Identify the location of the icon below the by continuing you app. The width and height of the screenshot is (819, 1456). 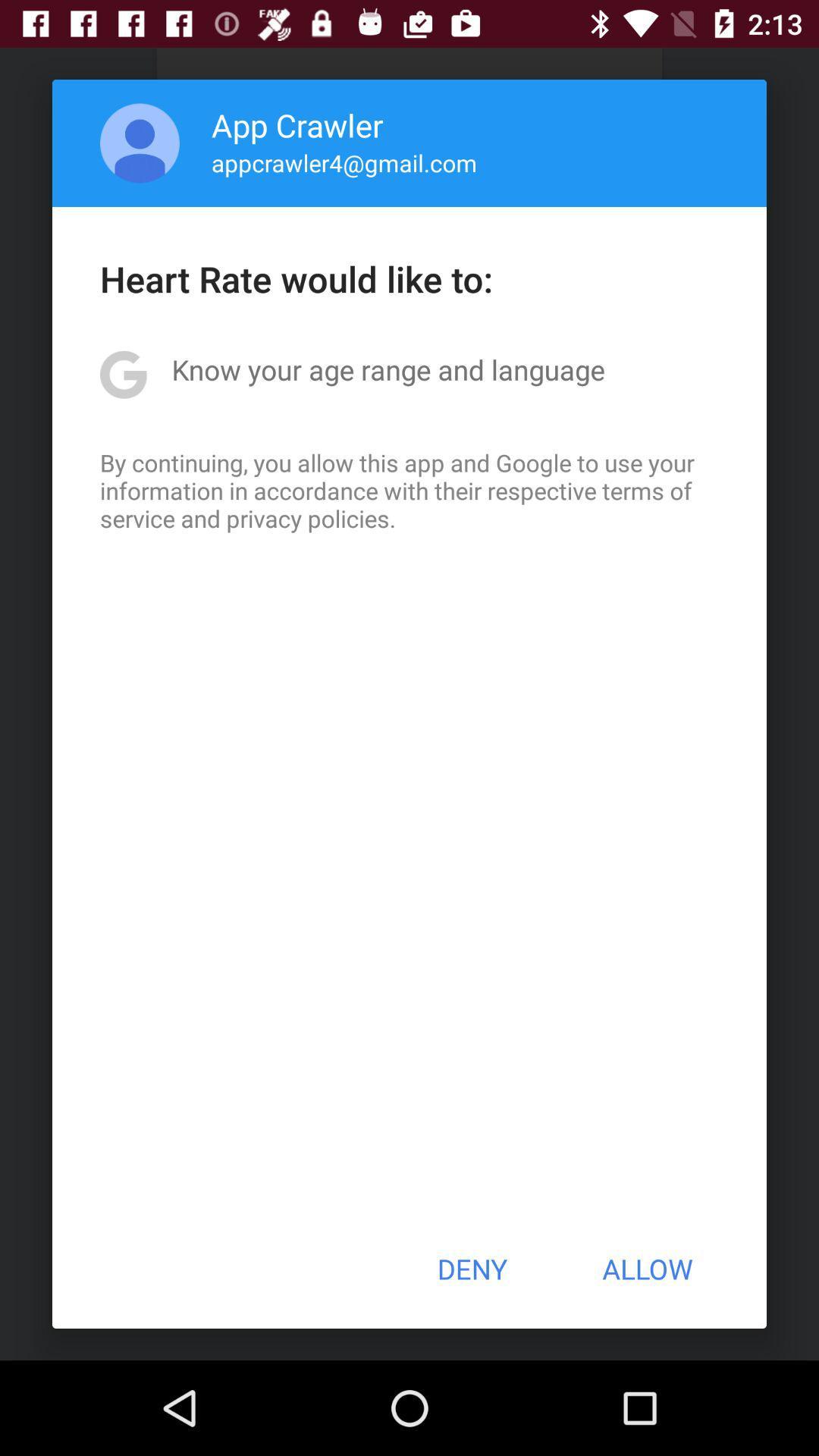
(471, 1269).